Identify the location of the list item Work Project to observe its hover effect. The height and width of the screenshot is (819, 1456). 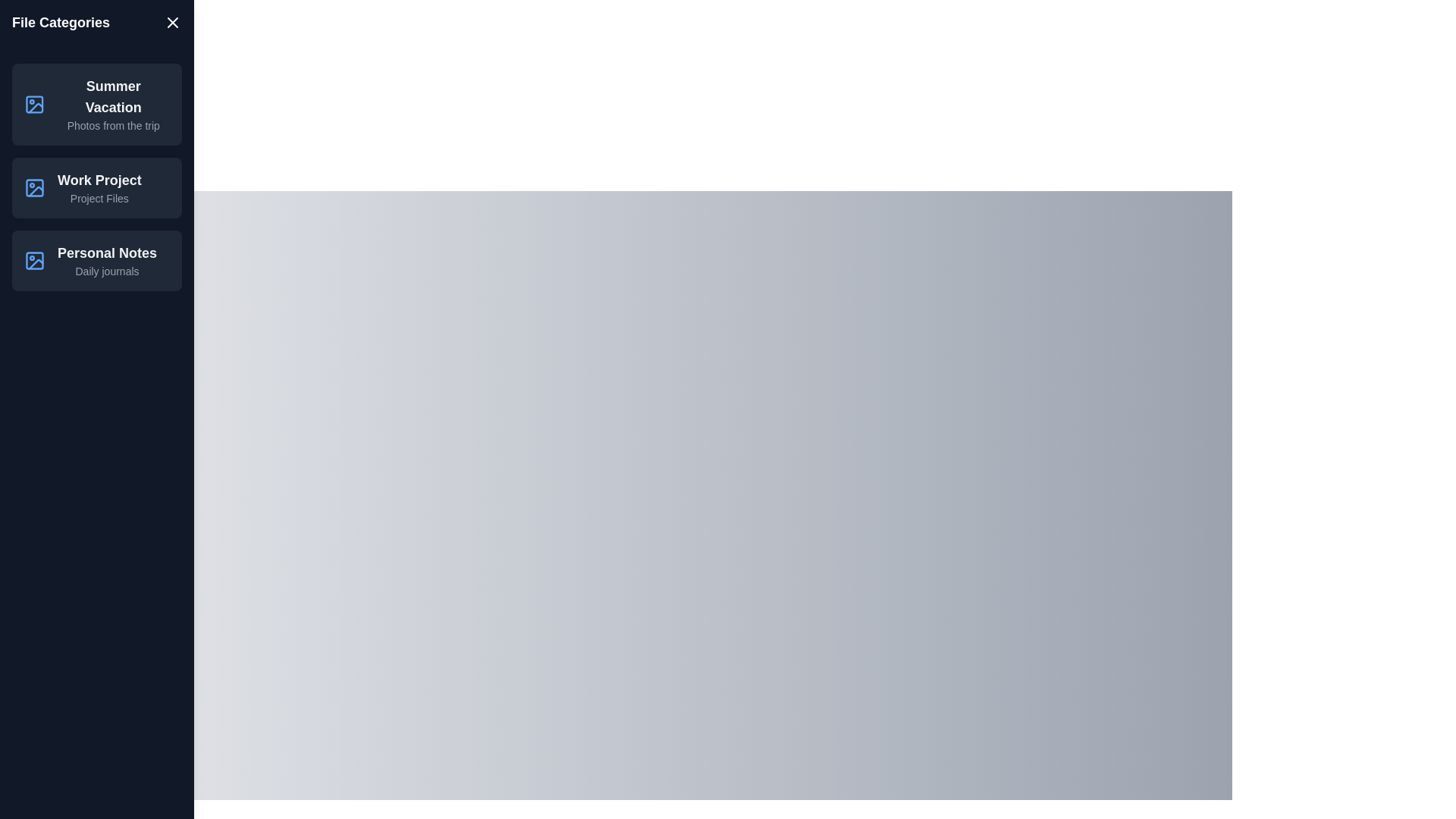
(96, 187).